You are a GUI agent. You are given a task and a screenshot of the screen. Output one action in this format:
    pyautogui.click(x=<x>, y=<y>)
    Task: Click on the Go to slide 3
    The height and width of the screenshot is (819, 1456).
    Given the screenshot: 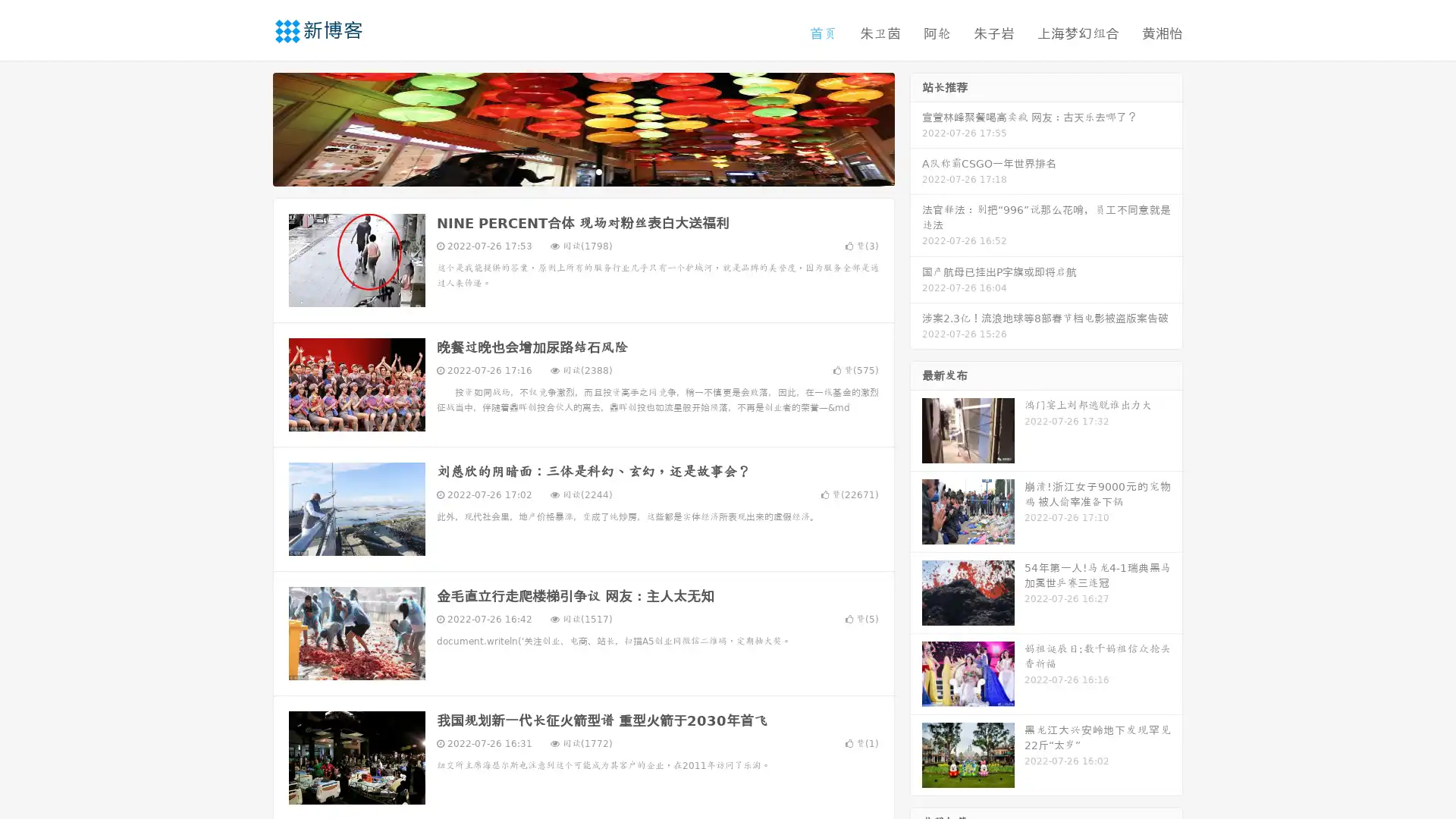 What is the action you would take?
    pyautogui.click(x=598, y=171)
    